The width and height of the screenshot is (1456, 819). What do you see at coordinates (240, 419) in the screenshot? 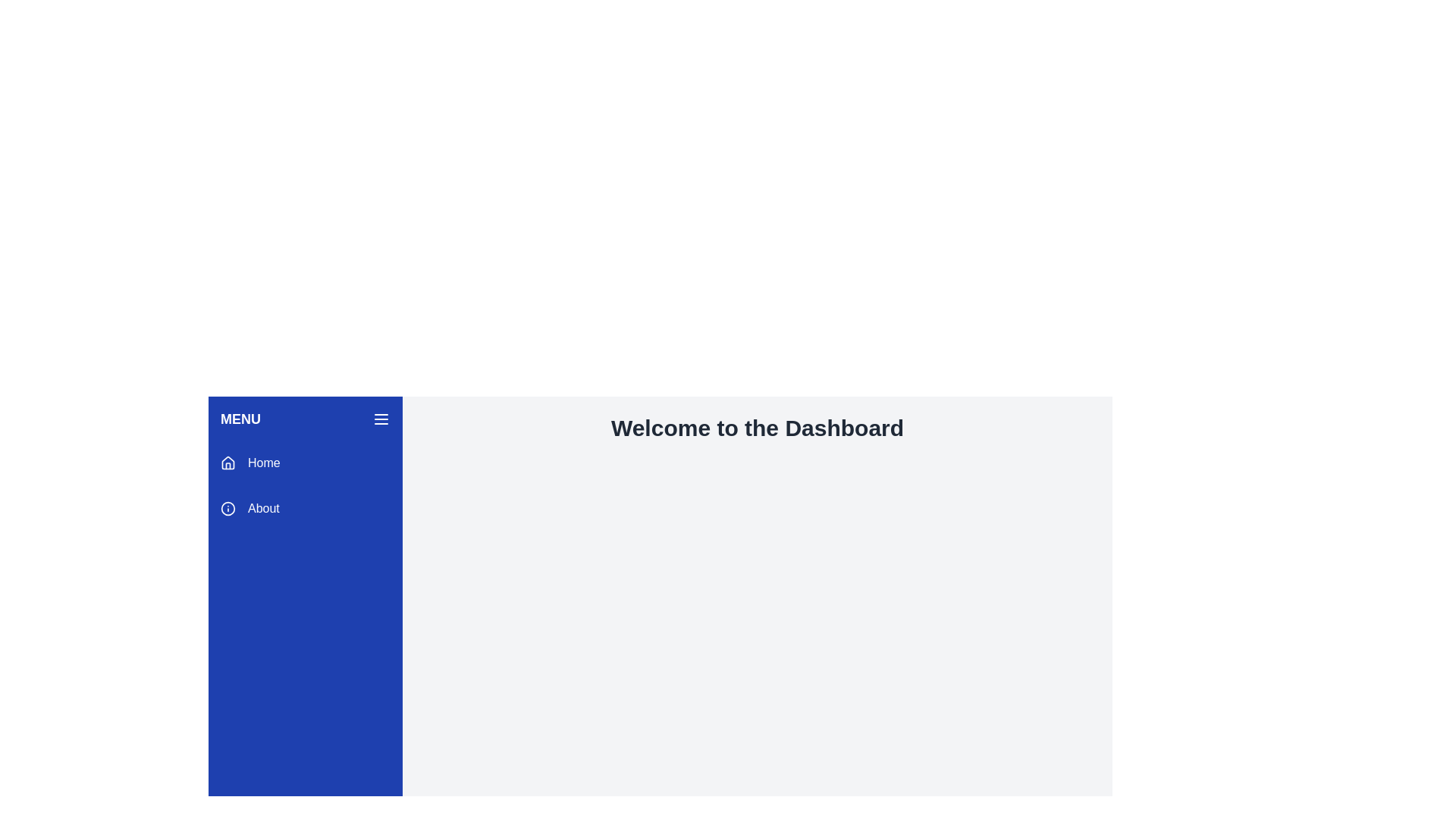
I see `the text label located at the top left of the sidebar or navigation panel, which indicates the section contains navigation or menu options` at bounding box center [240, 419].